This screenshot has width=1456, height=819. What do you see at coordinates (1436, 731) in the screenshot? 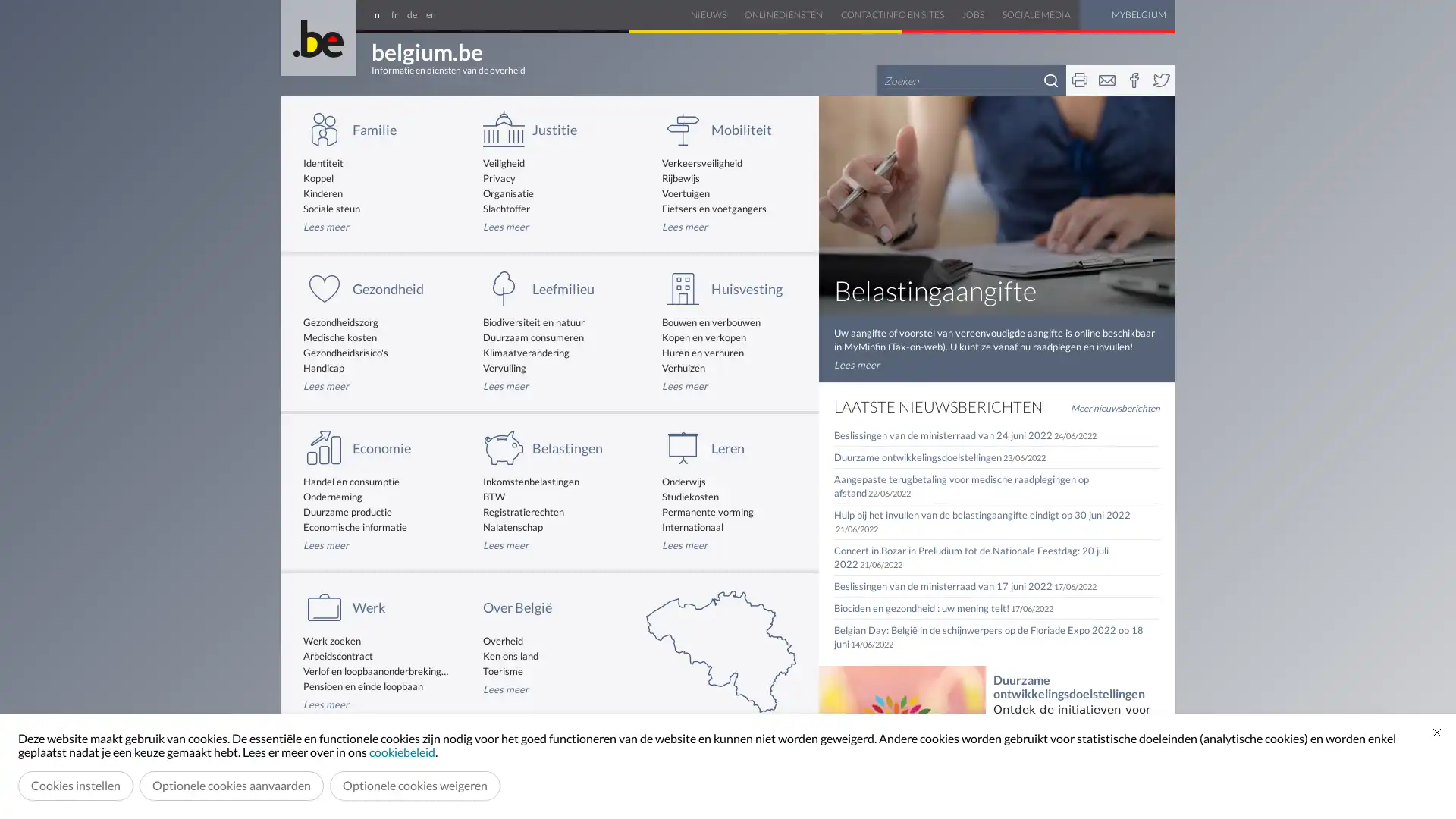
I see `Sluiten` at bounding box center [1436, 731].